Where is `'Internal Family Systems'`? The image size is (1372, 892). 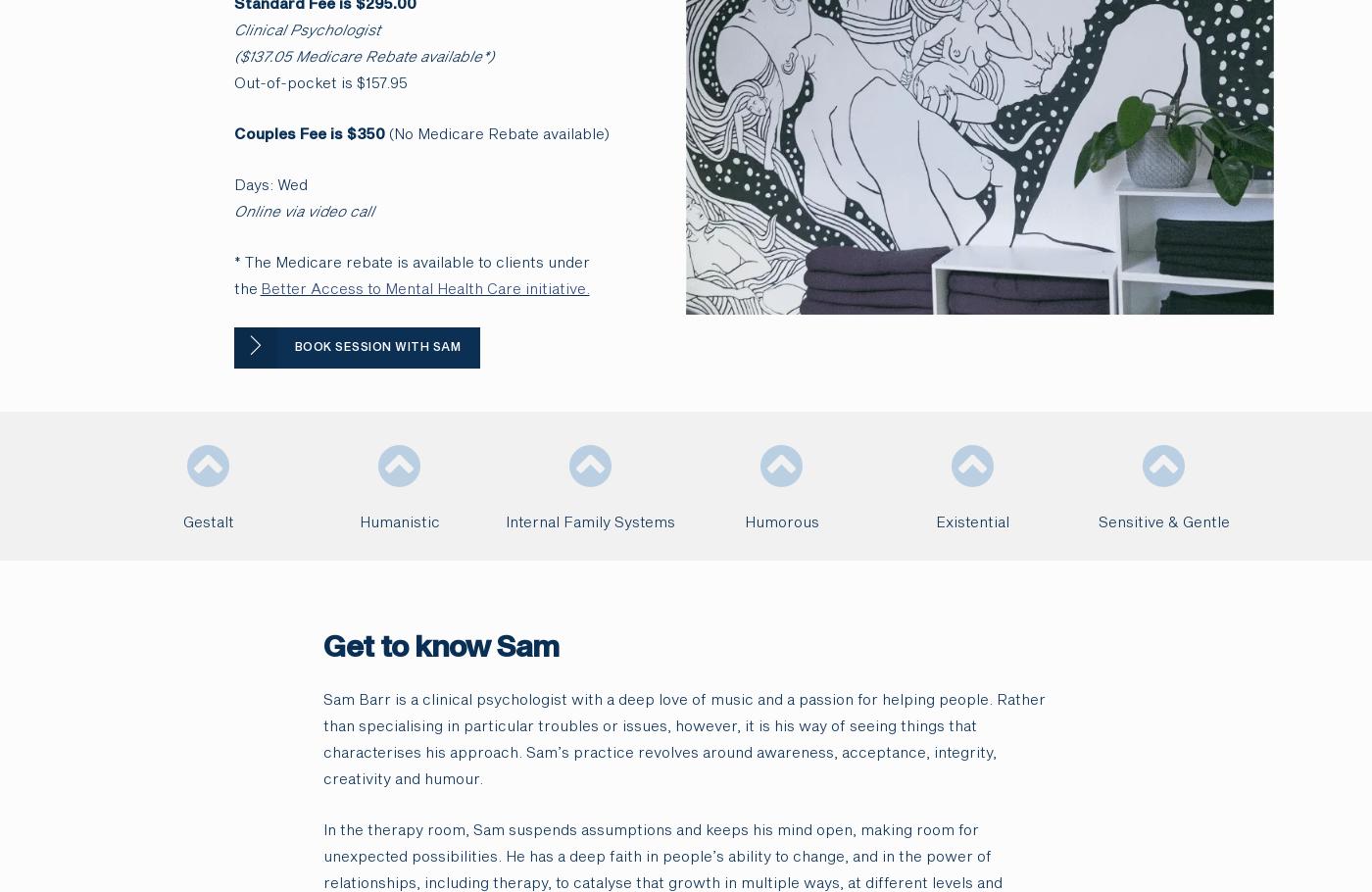
'Internal Family Systems' is located at coordinates (506, 520).